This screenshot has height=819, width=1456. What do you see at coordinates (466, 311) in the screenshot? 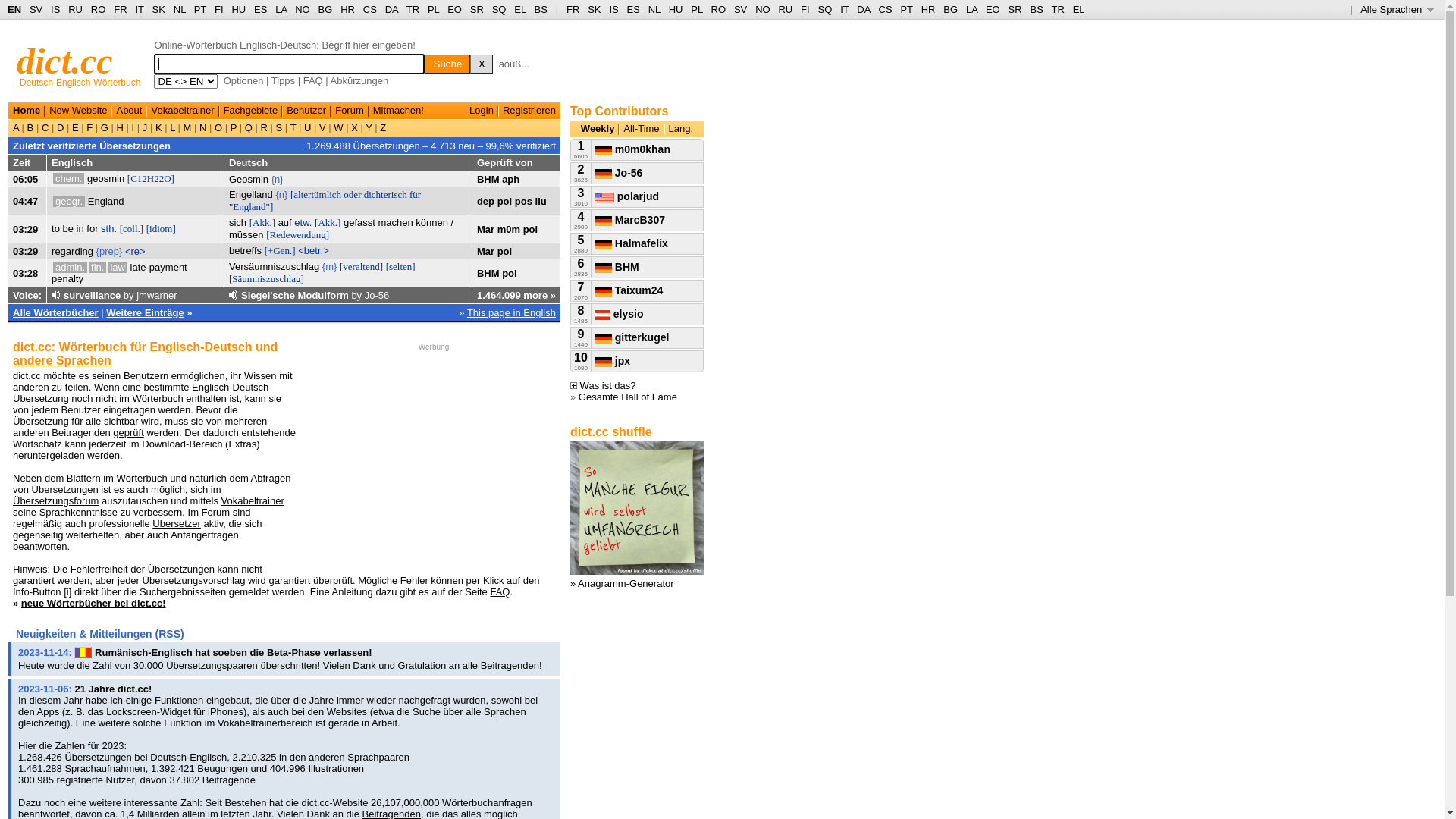
I see `'This page in English'` at bounding box center [466, 311].